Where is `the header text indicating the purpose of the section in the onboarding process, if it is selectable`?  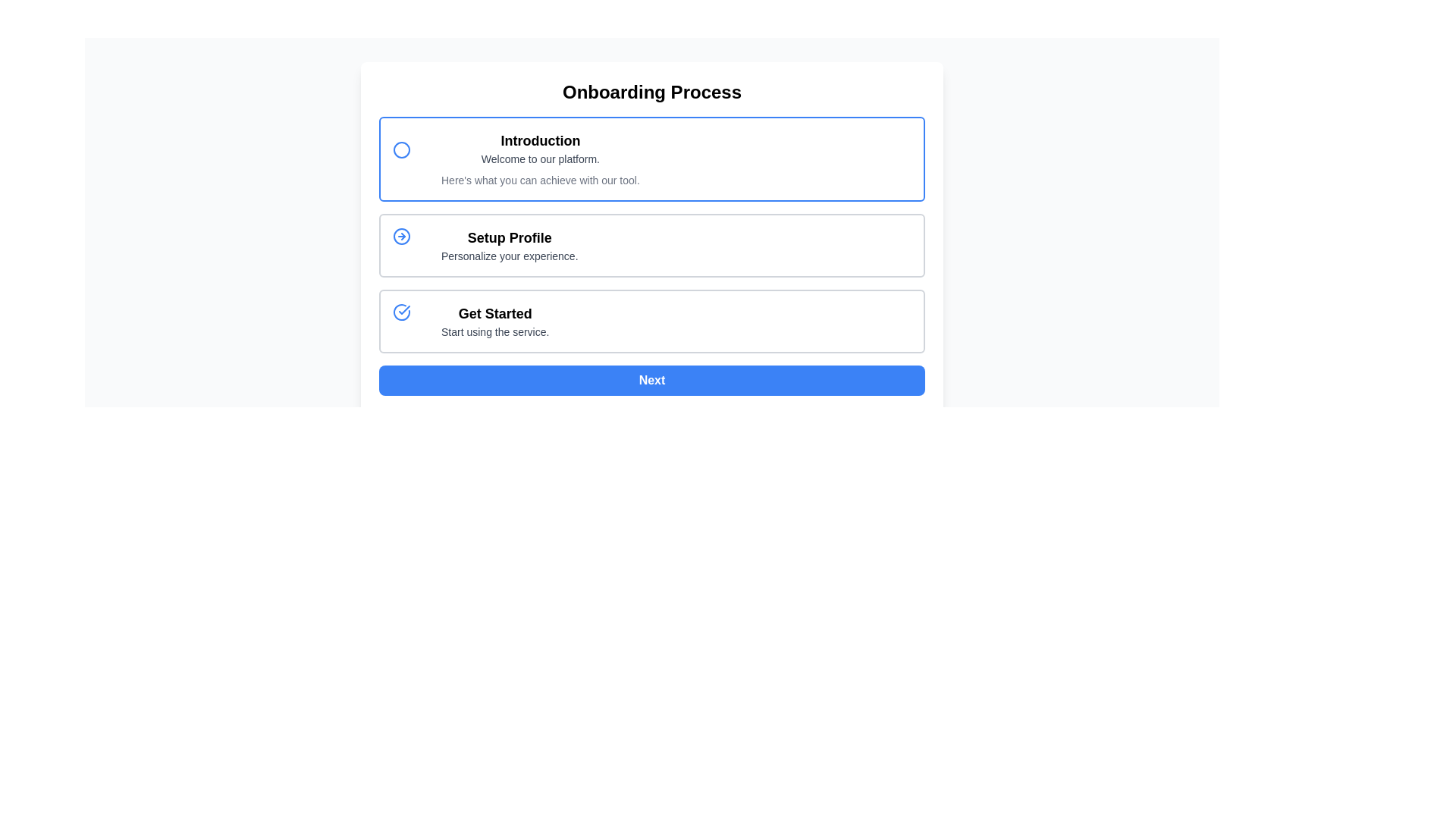
the header text indicating the purpose of the section in the onboarding process, if it is selectable is located at coordinates (495, 312).